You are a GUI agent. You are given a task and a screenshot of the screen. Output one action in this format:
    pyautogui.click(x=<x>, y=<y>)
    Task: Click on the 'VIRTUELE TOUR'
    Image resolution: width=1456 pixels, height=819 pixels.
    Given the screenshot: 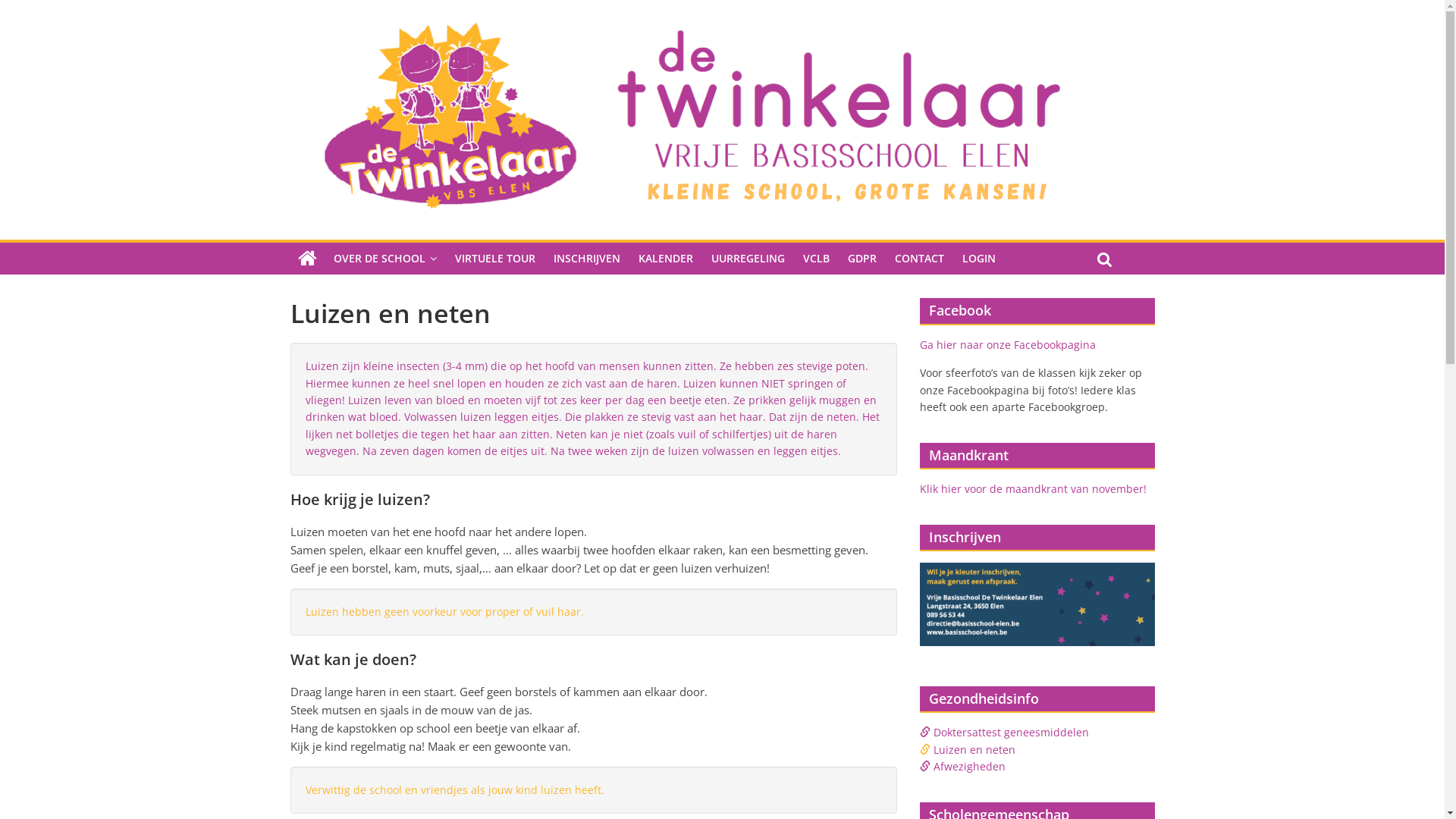 What is the action you would take?
    pyautogui.click(x=494, y=257)
    